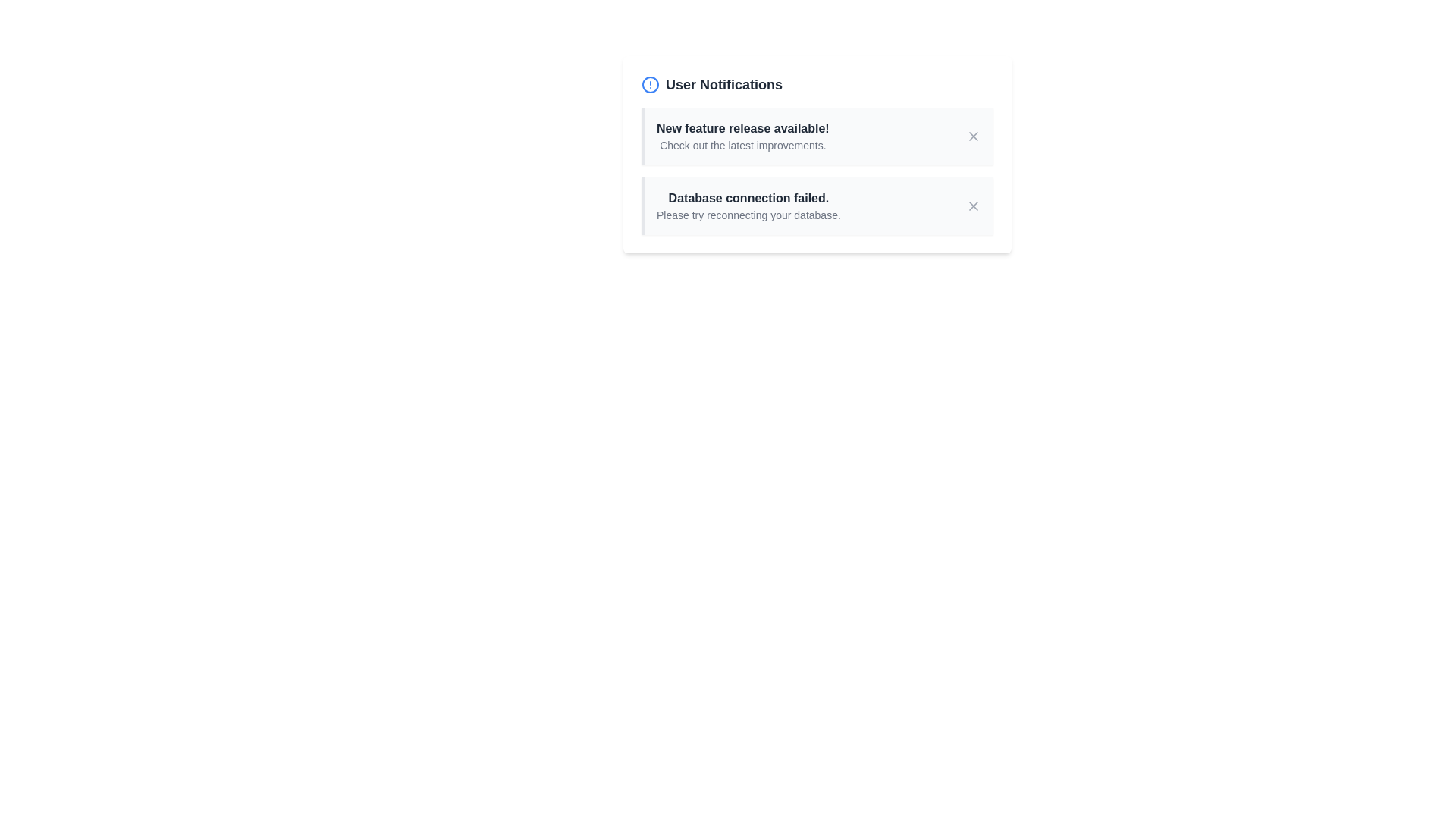  Describe the element at coordinates (973, 206) in the screenshot. I see `the 'X' icon` at that location.